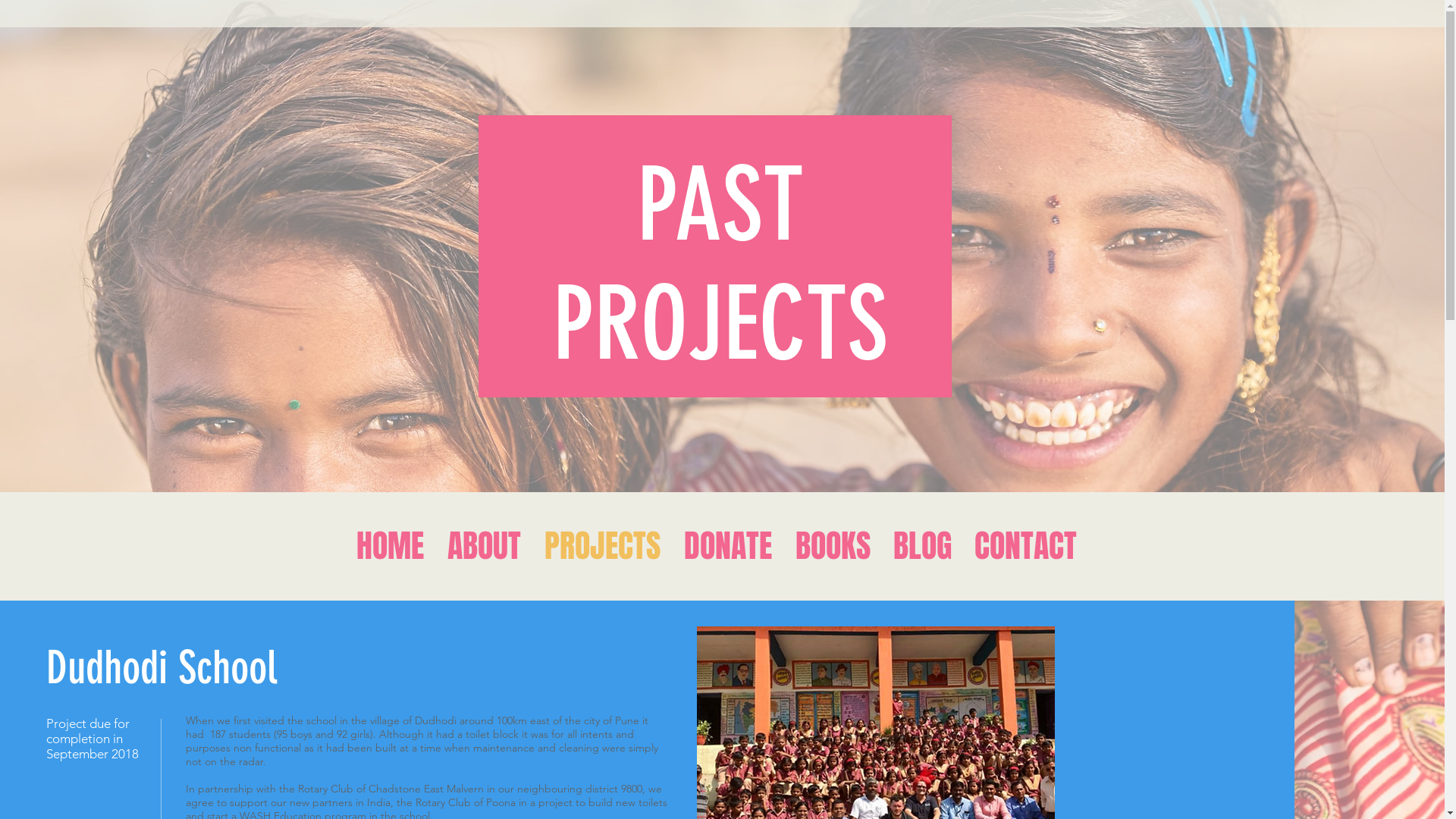 The image size is (1456, 819). I want to click on 'PROJECTS', so click(601, 546).